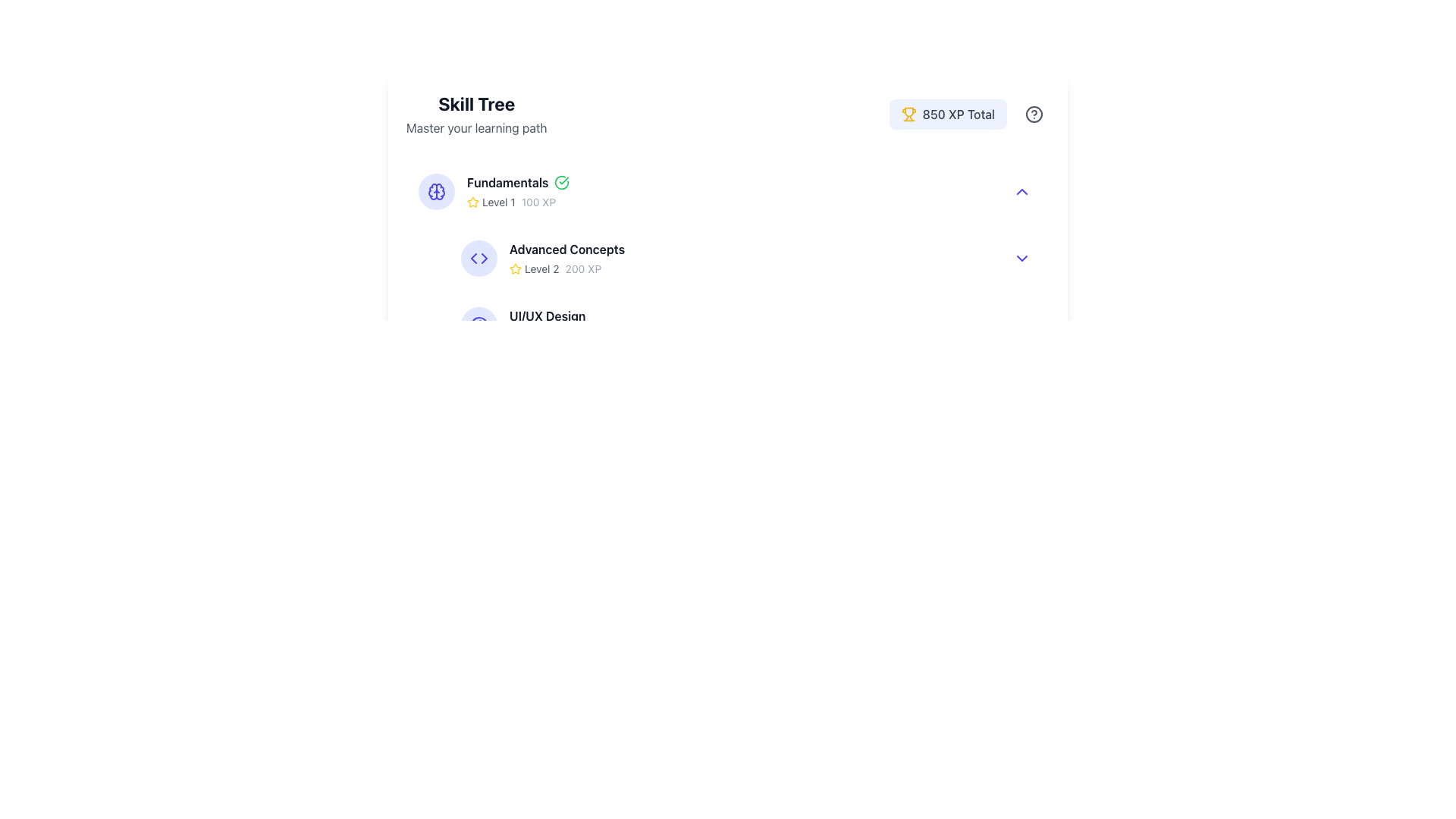 Image resolution: width=1456 pixels, height=819 pixels. Describe the element at coordinates (958, 113) in the screenshot. I see `the Static Text Display showing '850 XP Total', which is located in the top-right section of the interface, adjacent to the yellow trophy icon` at that location.